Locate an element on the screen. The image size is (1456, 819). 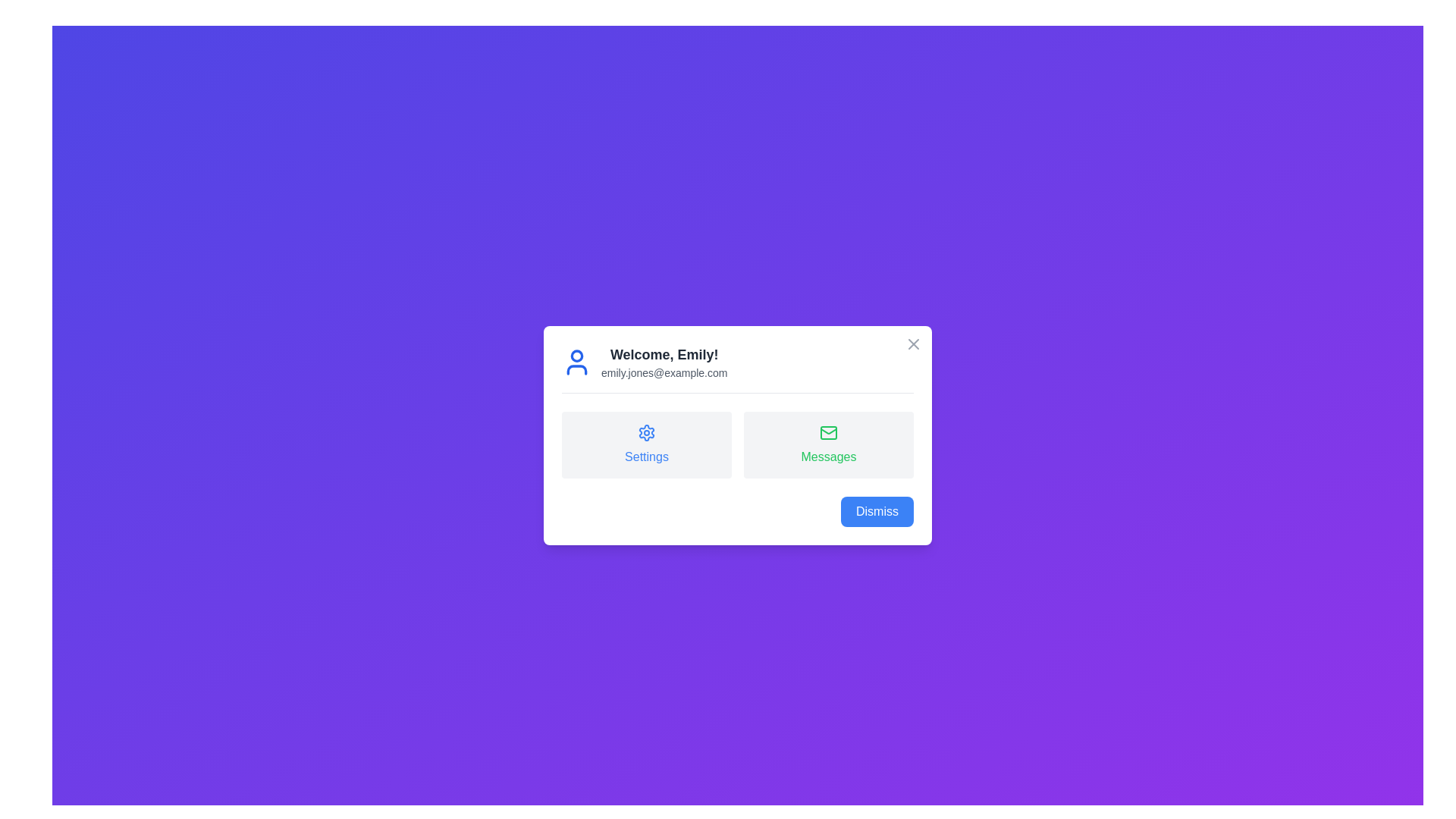
the settings icon located in the left area of the settings dialog box at the center of the page is located at coordinates (647, 432).